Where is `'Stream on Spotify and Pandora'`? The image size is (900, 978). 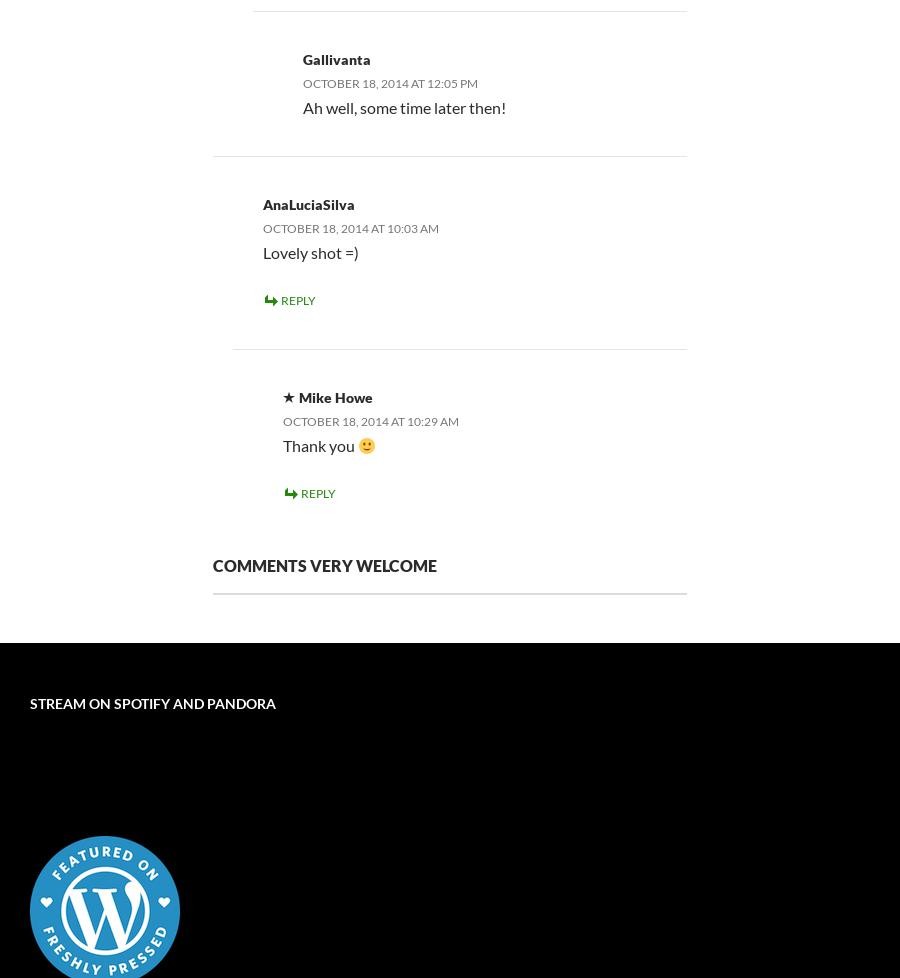 'Stream on Spotify and Pandora' is located at coordinates (28, 702).